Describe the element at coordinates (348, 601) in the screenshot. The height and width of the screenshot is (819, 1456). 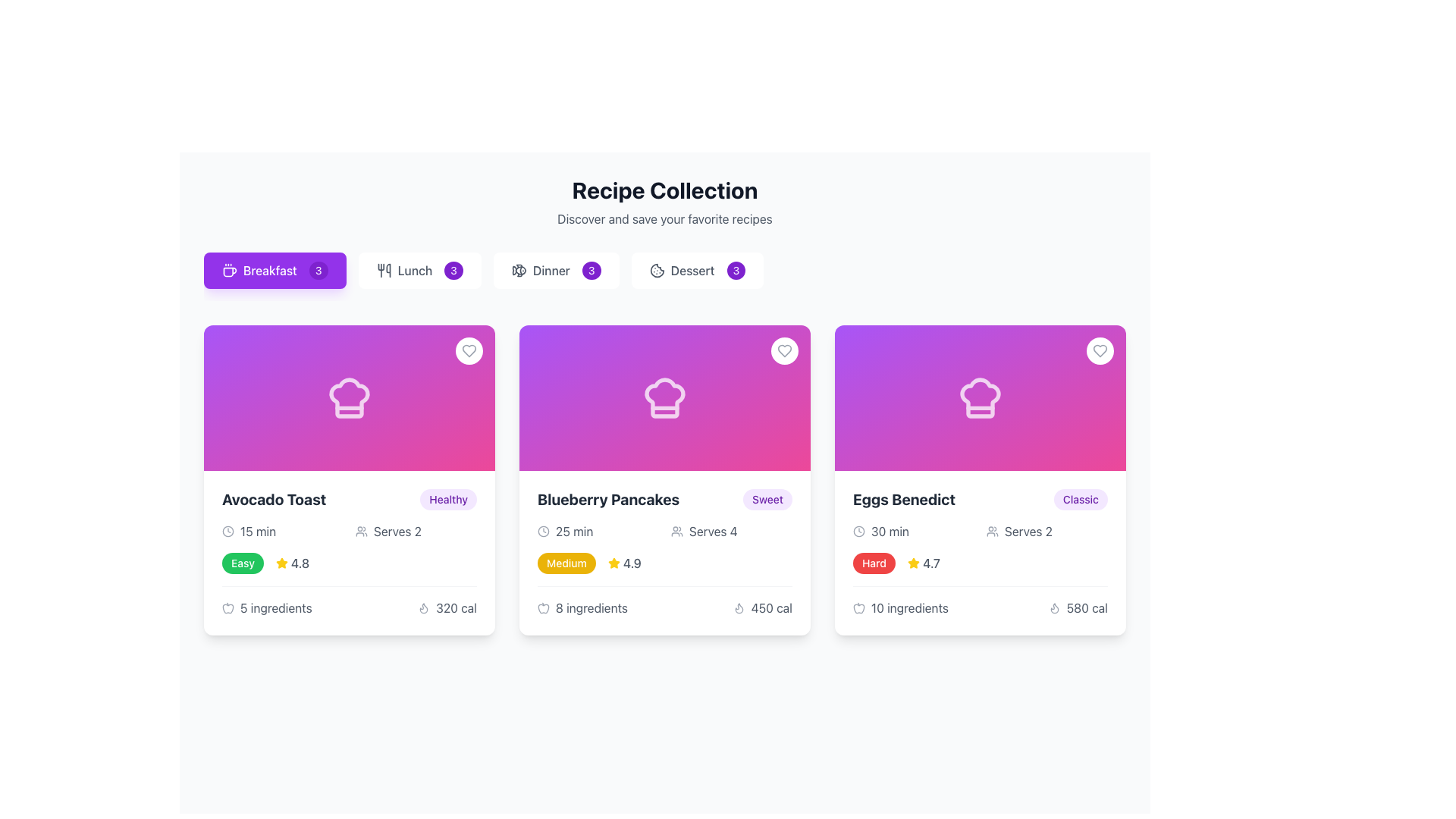
I see `the display information element that shows the number of ingredients (5) and calorie content (320 calories) for the 'Avocado Toast' recipe` at that location.